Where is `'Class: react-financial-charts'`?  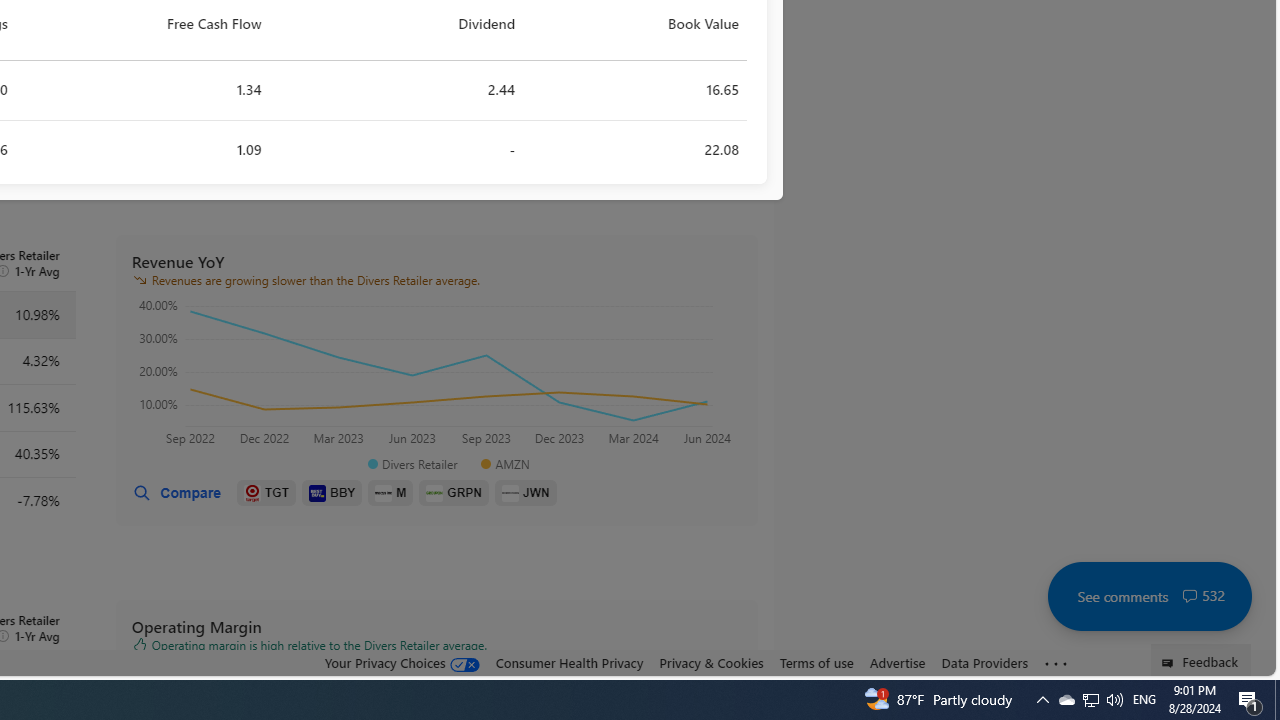
'Class: react-financial-charts' is located at coordinates (435, 375).